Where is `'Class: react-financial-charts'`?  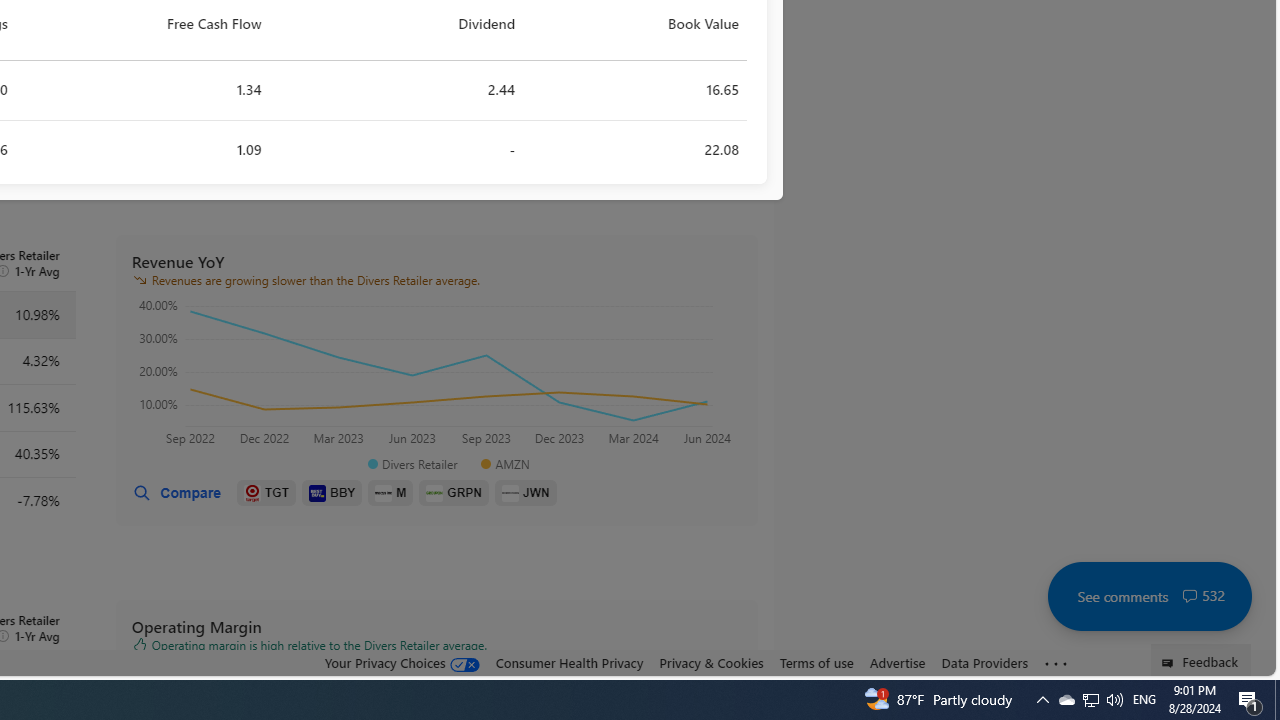
'Class: react-financial-charts' is located at coordinates (435, 375).